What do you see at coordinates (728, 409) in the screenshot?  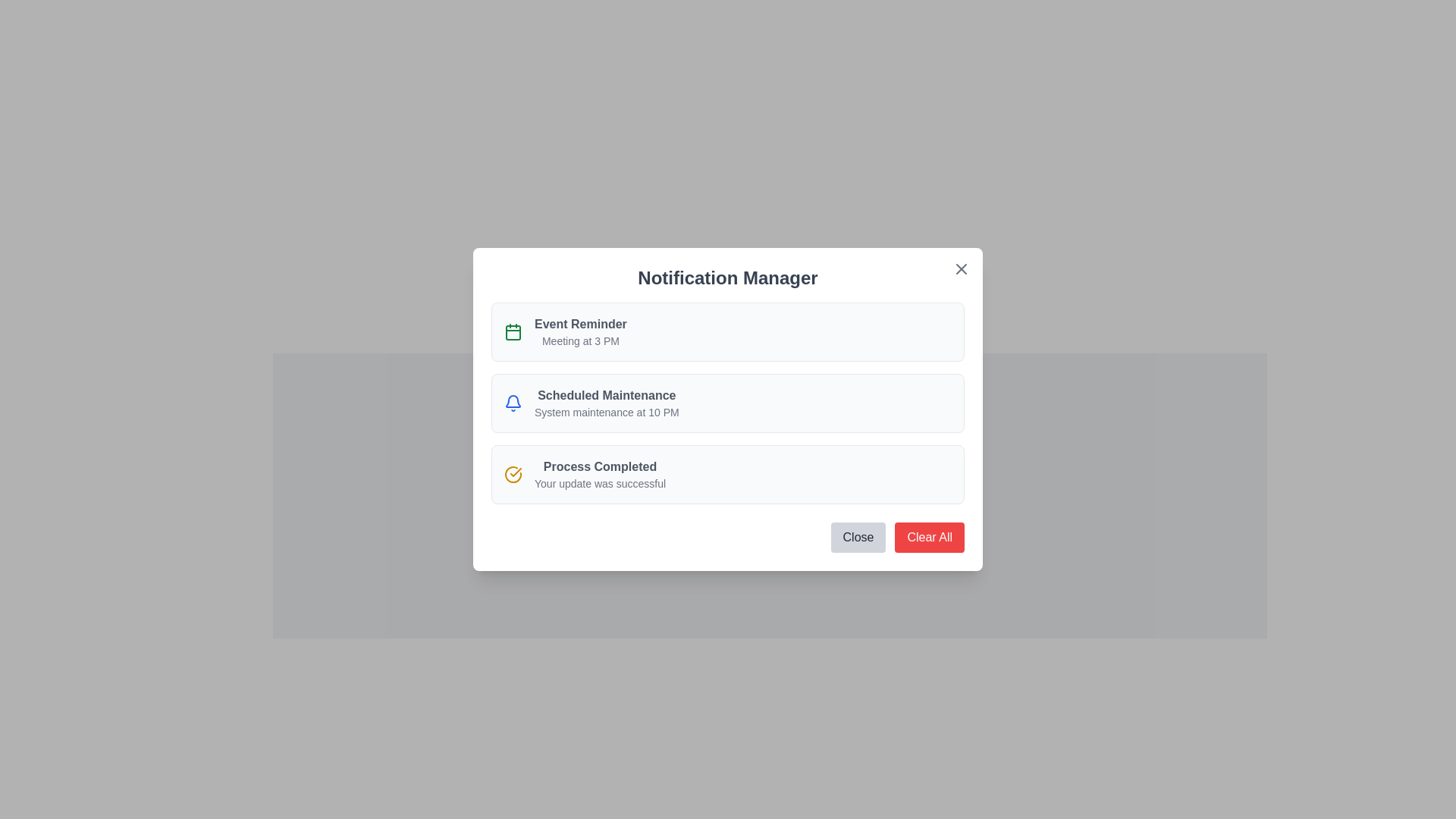 I see `the second card in the notification panel titled 'Notification Manager', which displays the message 'System maintenance at 10 PM'` at bounding box center [728, 409].